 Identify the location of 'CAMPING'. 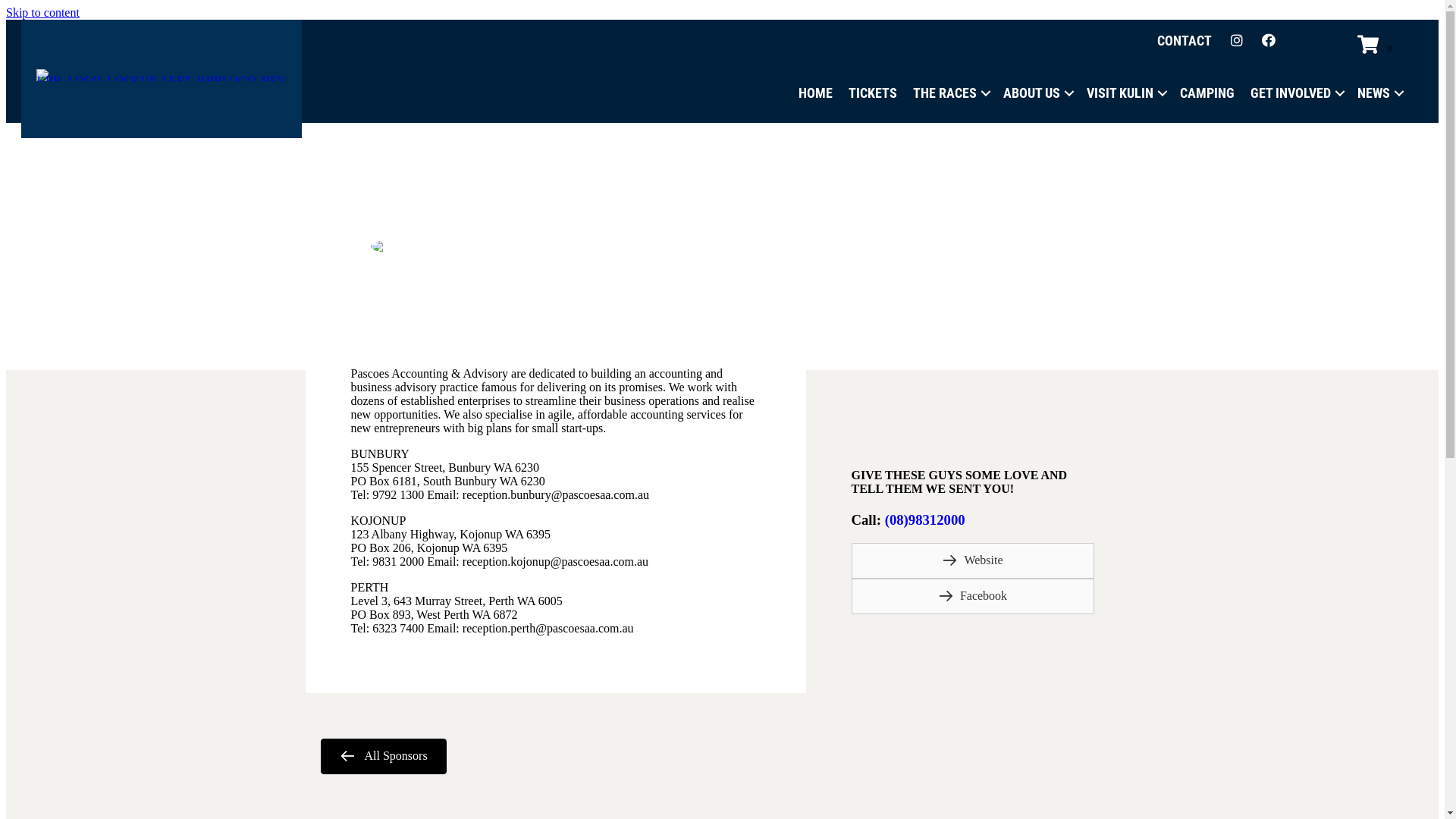
(1207, 93).